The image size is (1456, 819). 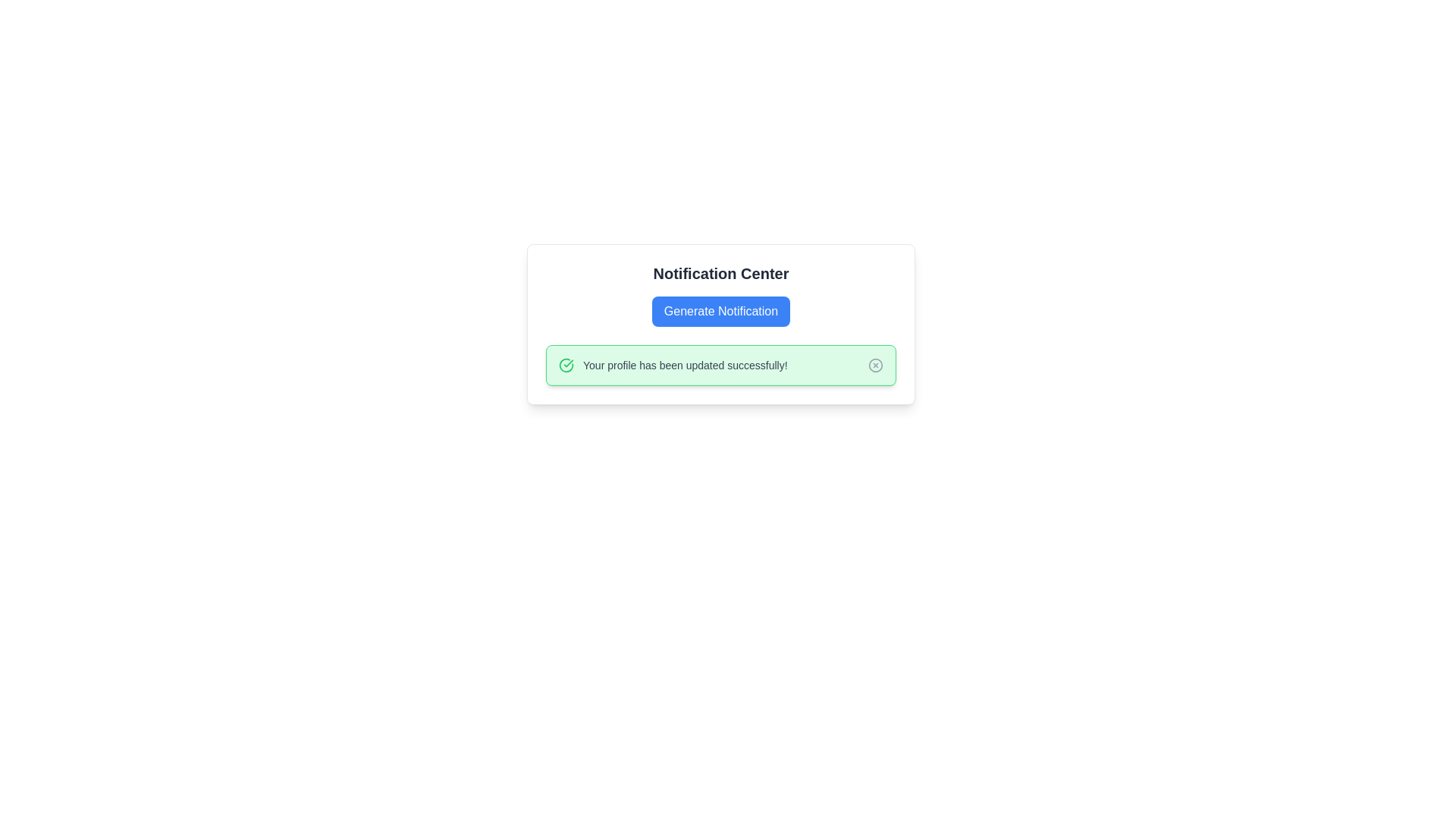 I want to click on the 'Generate Notification' button located below the heading 'Notification Center' and above the message 'Your profile has been updated successfully!', so click(x=720, y=311).